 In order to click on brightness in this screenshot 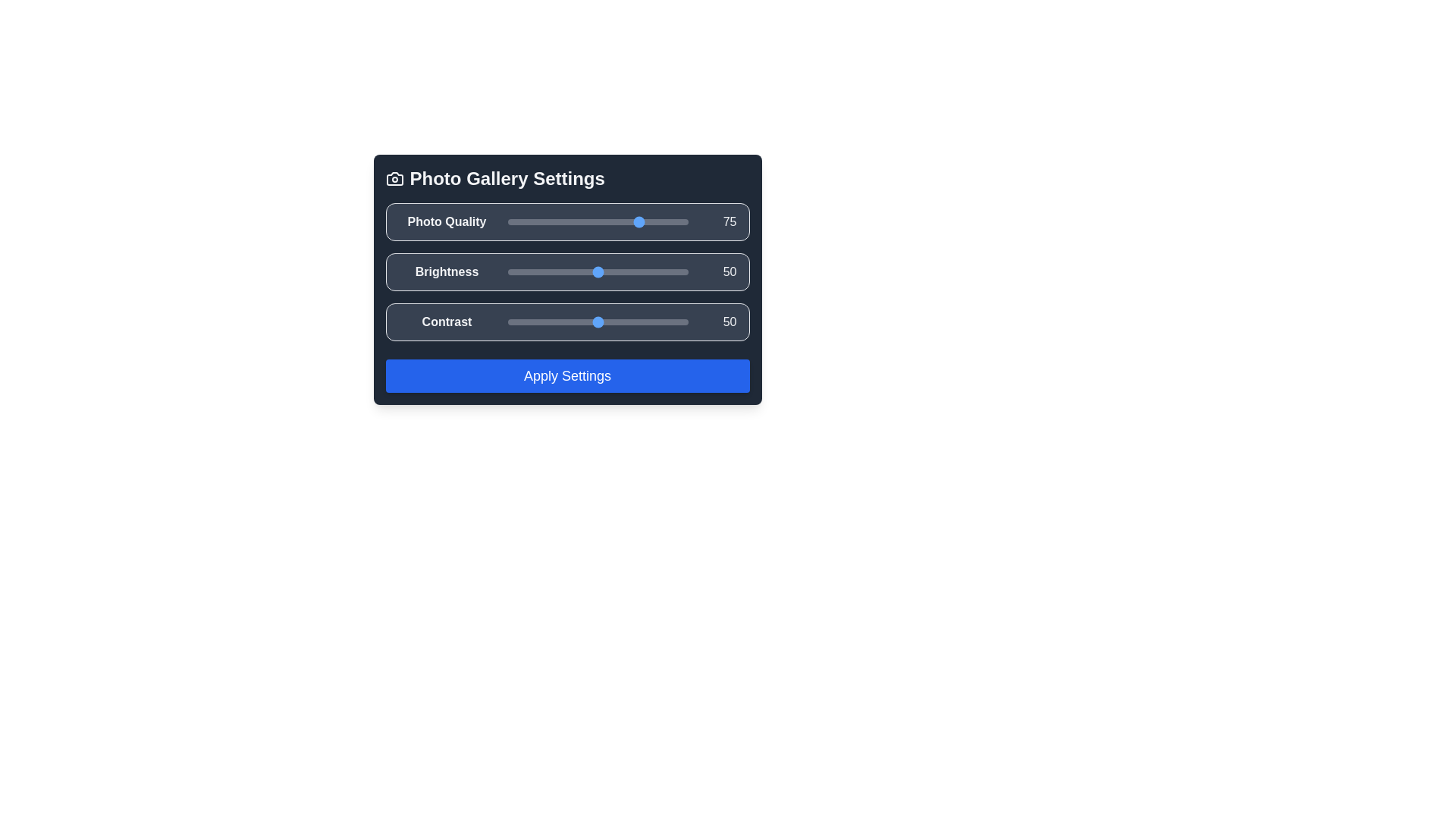, I will do `click(559, 271)`.